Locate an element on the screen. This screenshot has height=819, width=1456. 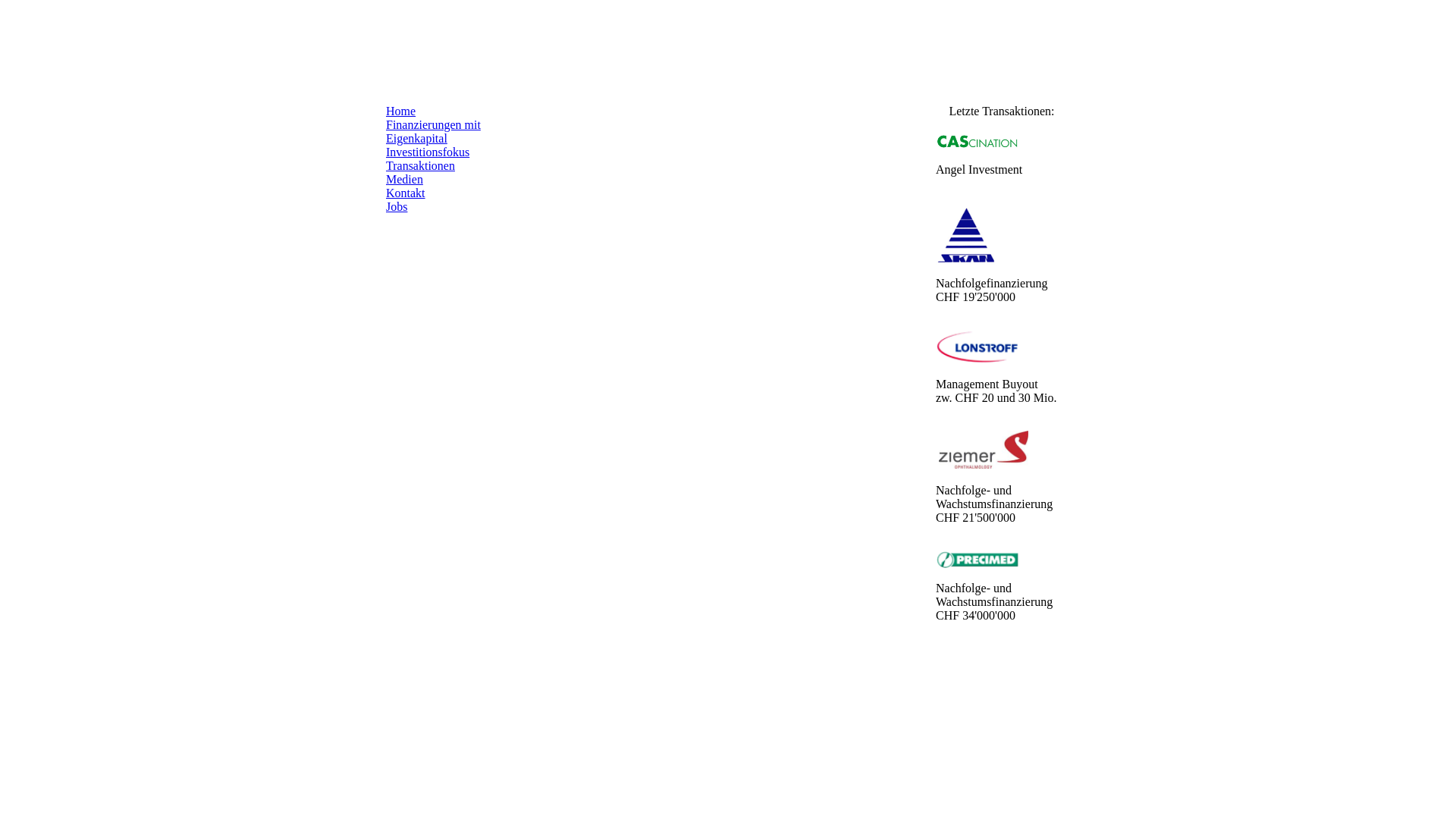
'Lonstroff Holding AG, Buchs' is located at coordinates (977, 347).